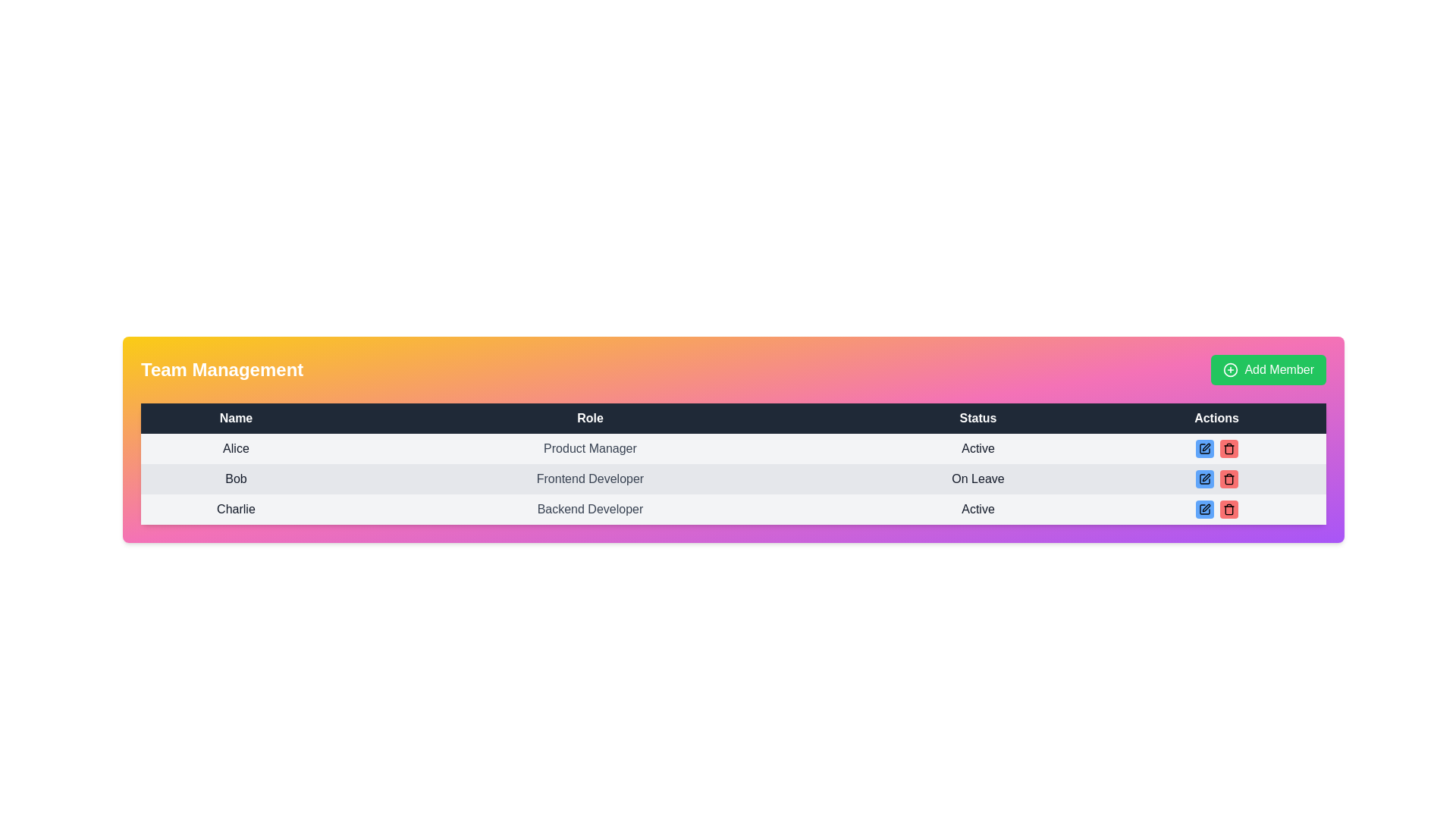 This screenshot has height=819, width=1456. What do you see at coordinates (235, 479) in the screenshot?
I see `the Text Label displaying the name of the team member 'Bob' in the team management interface` at bounding box center [235, 479].